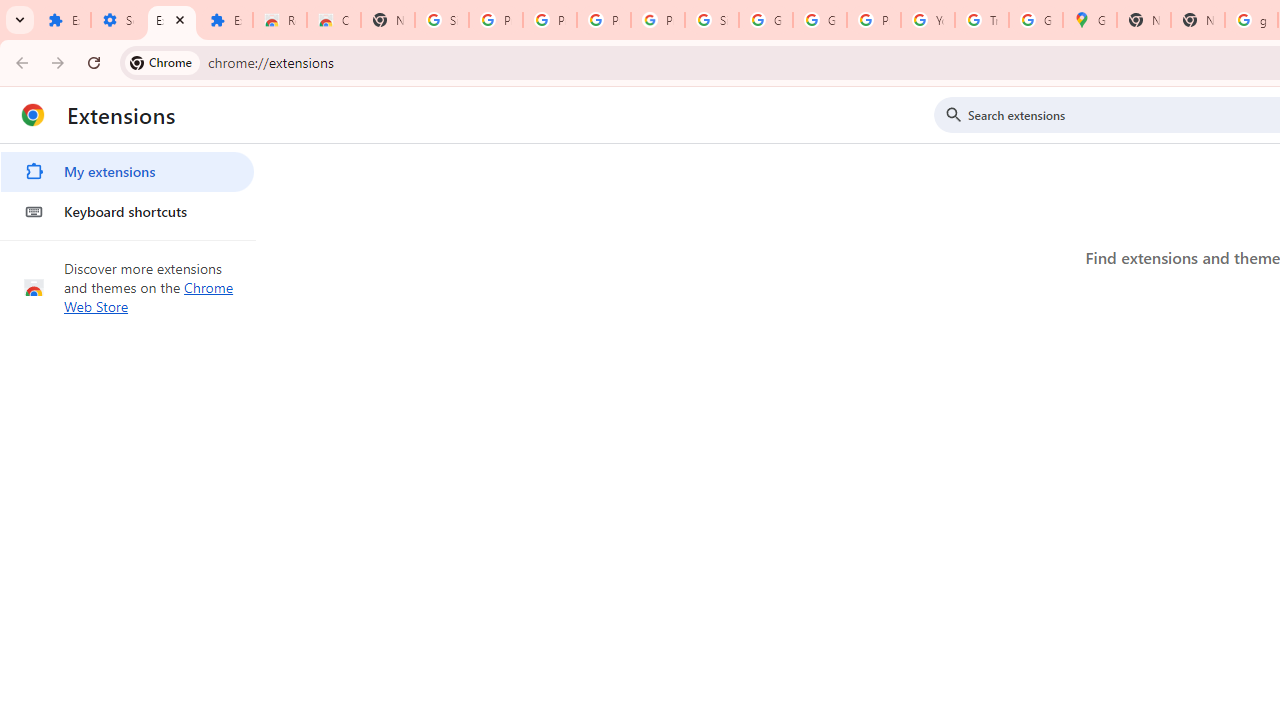 Image resolution: width=1280 pixels, height=720 pixels. I want to click on 'Chrome Web Store', so click(148, 297).